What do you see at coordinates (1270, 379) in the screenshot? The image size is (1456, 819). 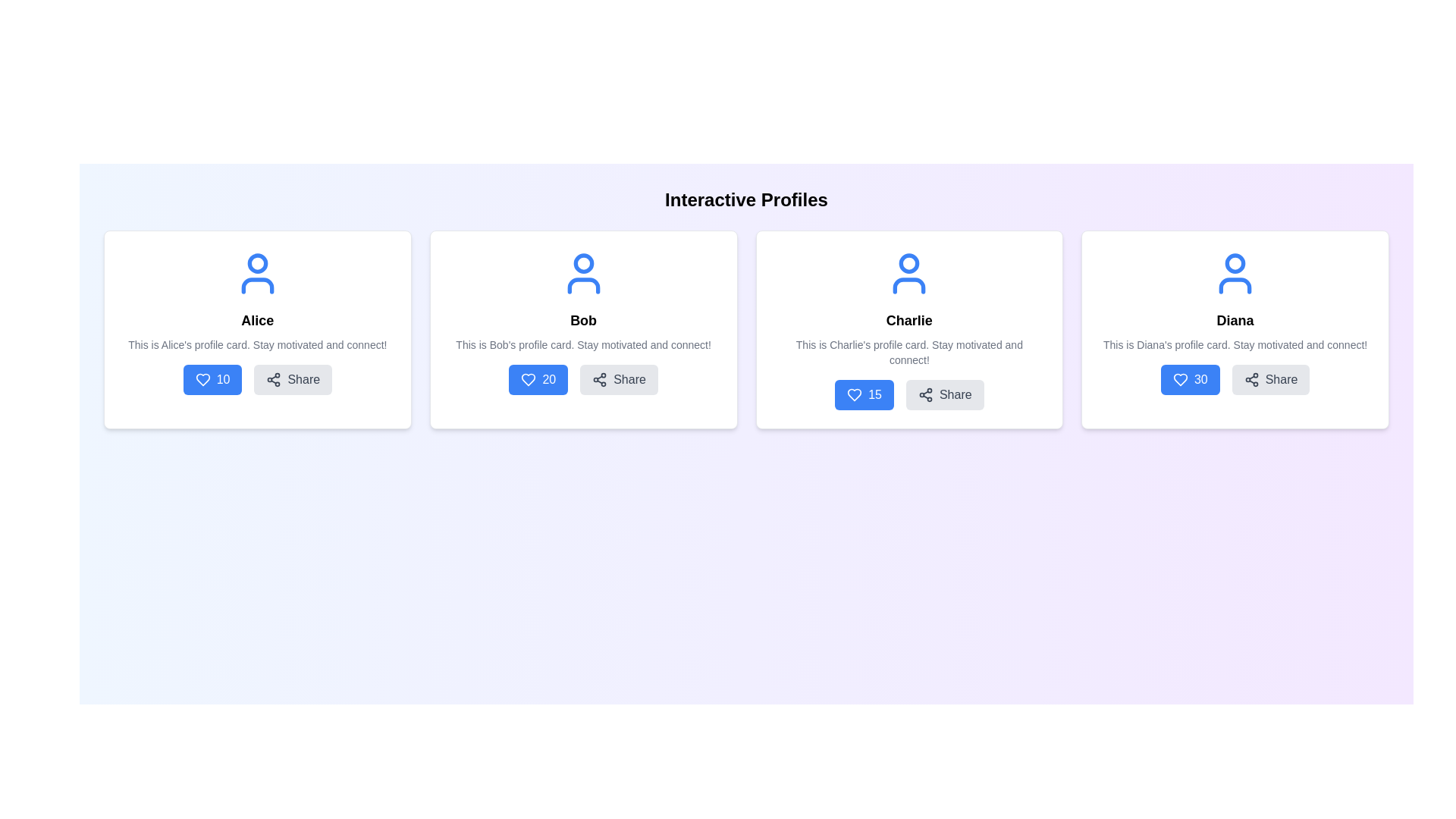 I see `the 'Share' button with a gray background and rounded corners located below the text '30' in the fourth profile card to share the profile` at bounding box center [1270, 379].